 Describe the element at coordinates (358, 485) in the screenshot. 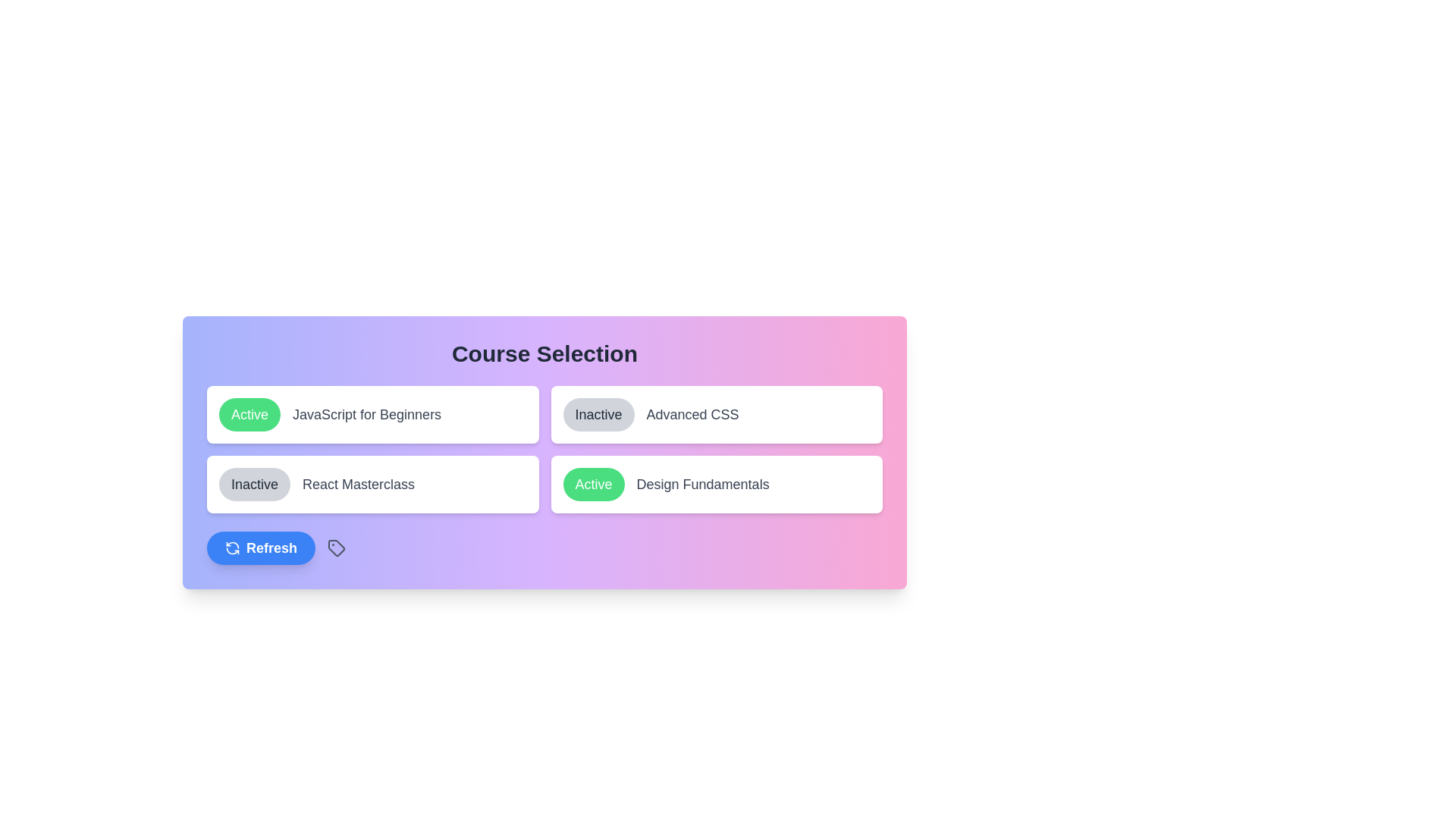

I see `the text label displaying 'React Masterclass', which is part of the course selection interface and is positioned adjacent to the 'Inactive' button` at that location.